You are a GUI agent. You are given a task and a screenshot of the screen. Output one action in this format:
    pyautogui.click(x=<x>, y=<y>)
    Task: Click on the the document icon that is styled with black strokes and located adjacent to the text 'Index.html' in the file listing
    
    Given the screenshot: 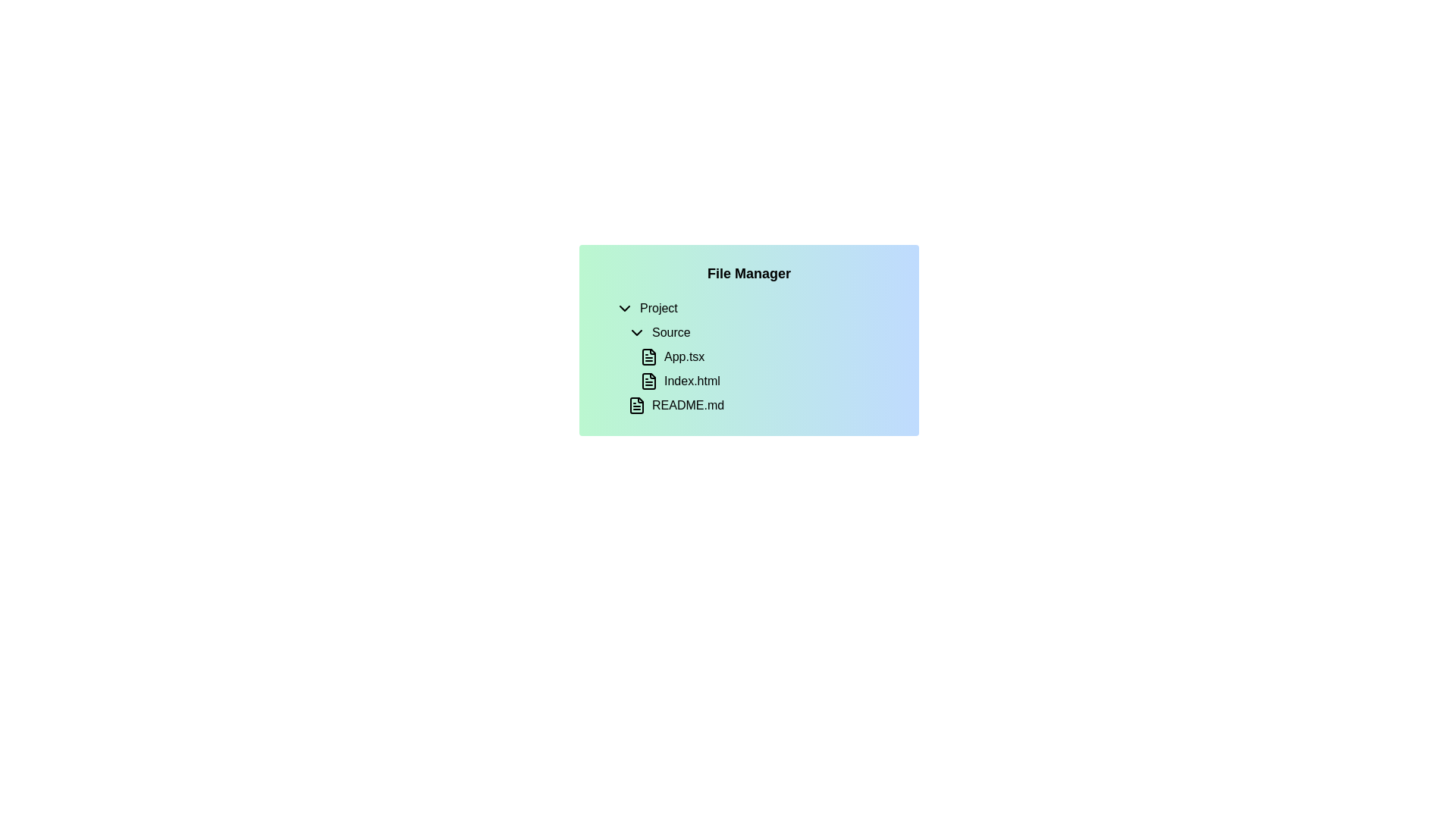 What is the action you would take?
    pyautogui.click(x=648, y=380)
    